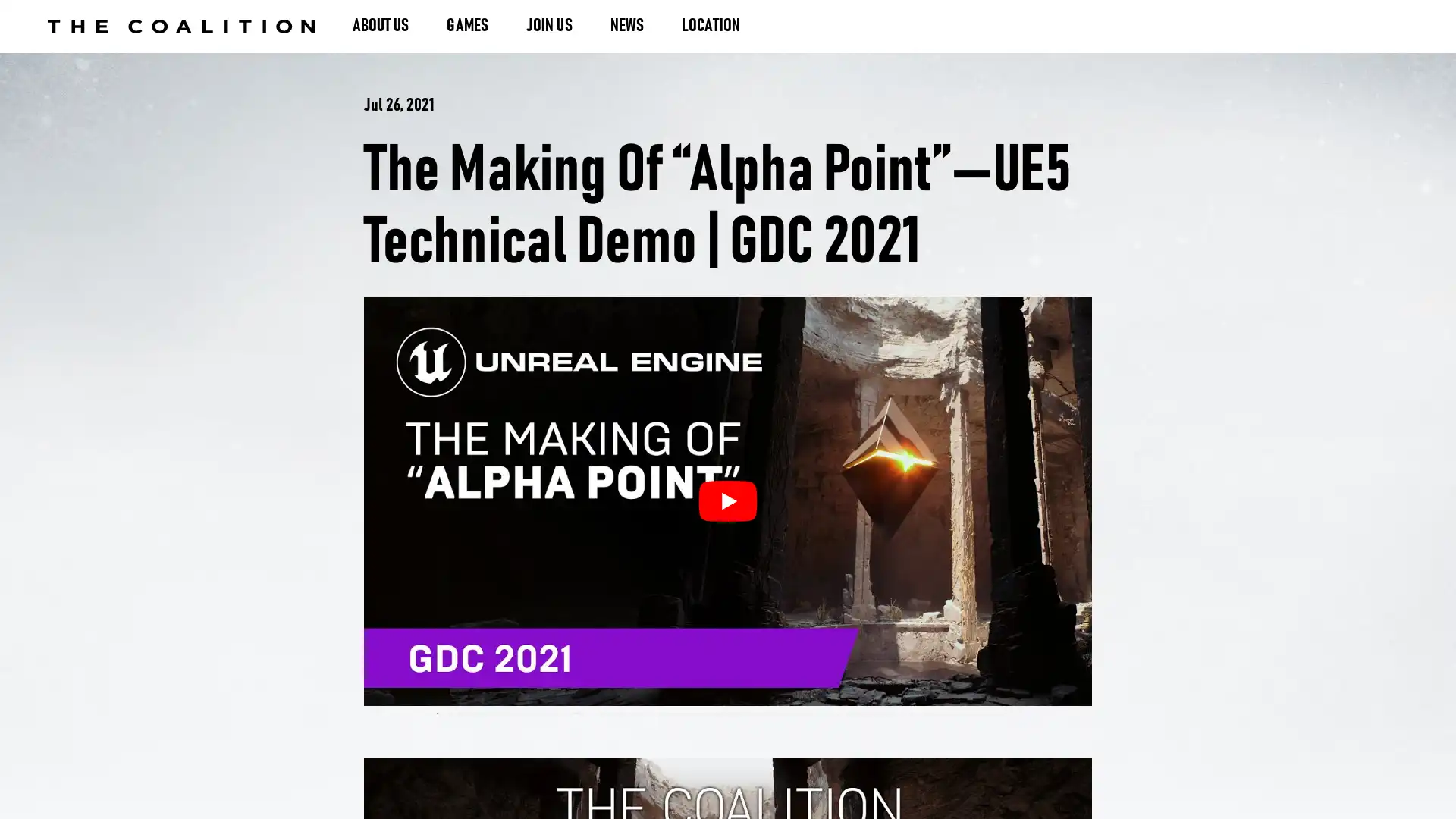  Describe the element at coordinates (728, 500) in the screenshot. I see `The Making of Alpha PointUE5 Technical Demo | GDC 2021` at that location.